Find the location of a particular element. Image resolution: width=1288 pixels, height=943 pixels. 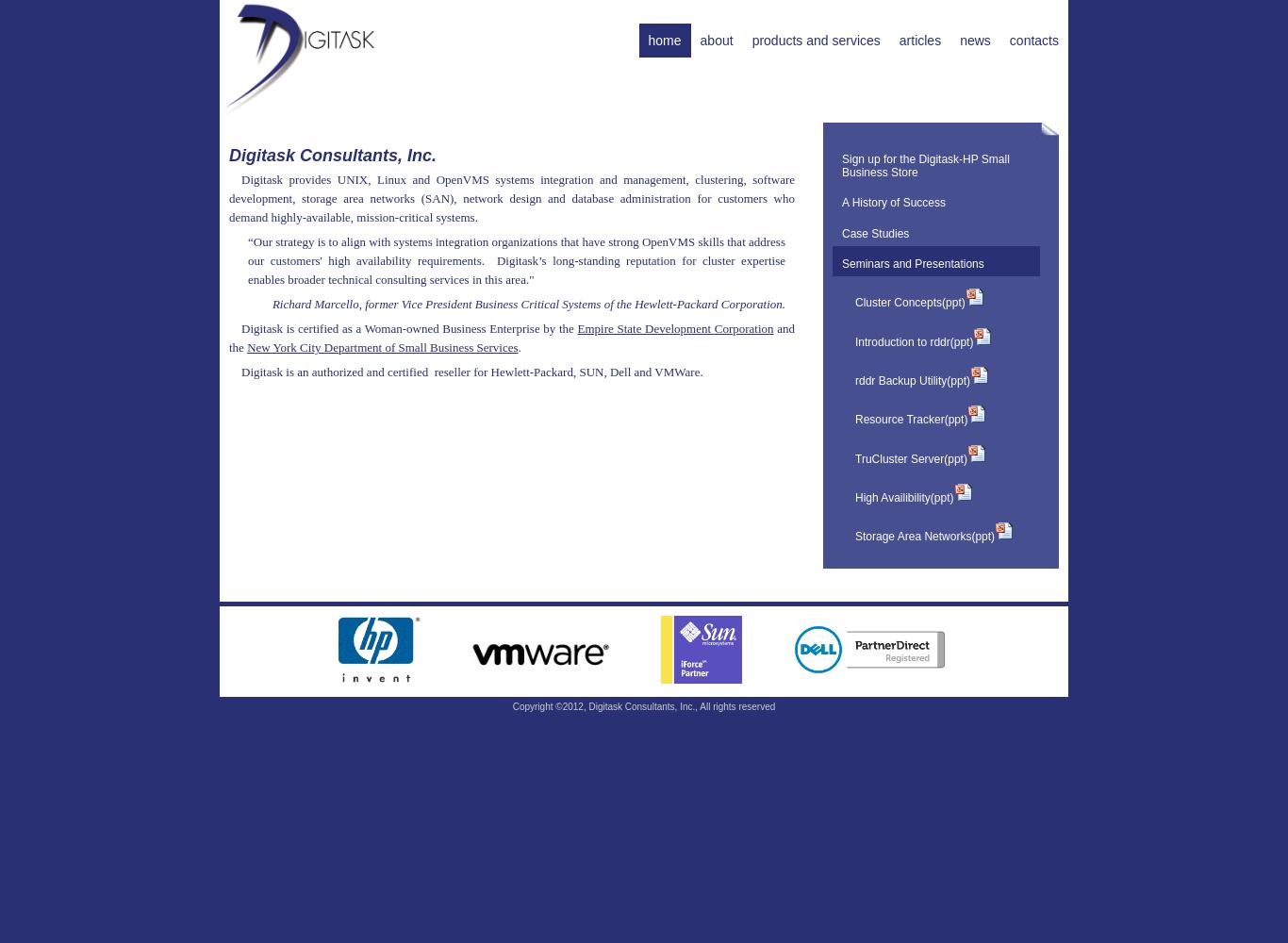

'Seminars and Presentations' is located at coordinates (912, 263).